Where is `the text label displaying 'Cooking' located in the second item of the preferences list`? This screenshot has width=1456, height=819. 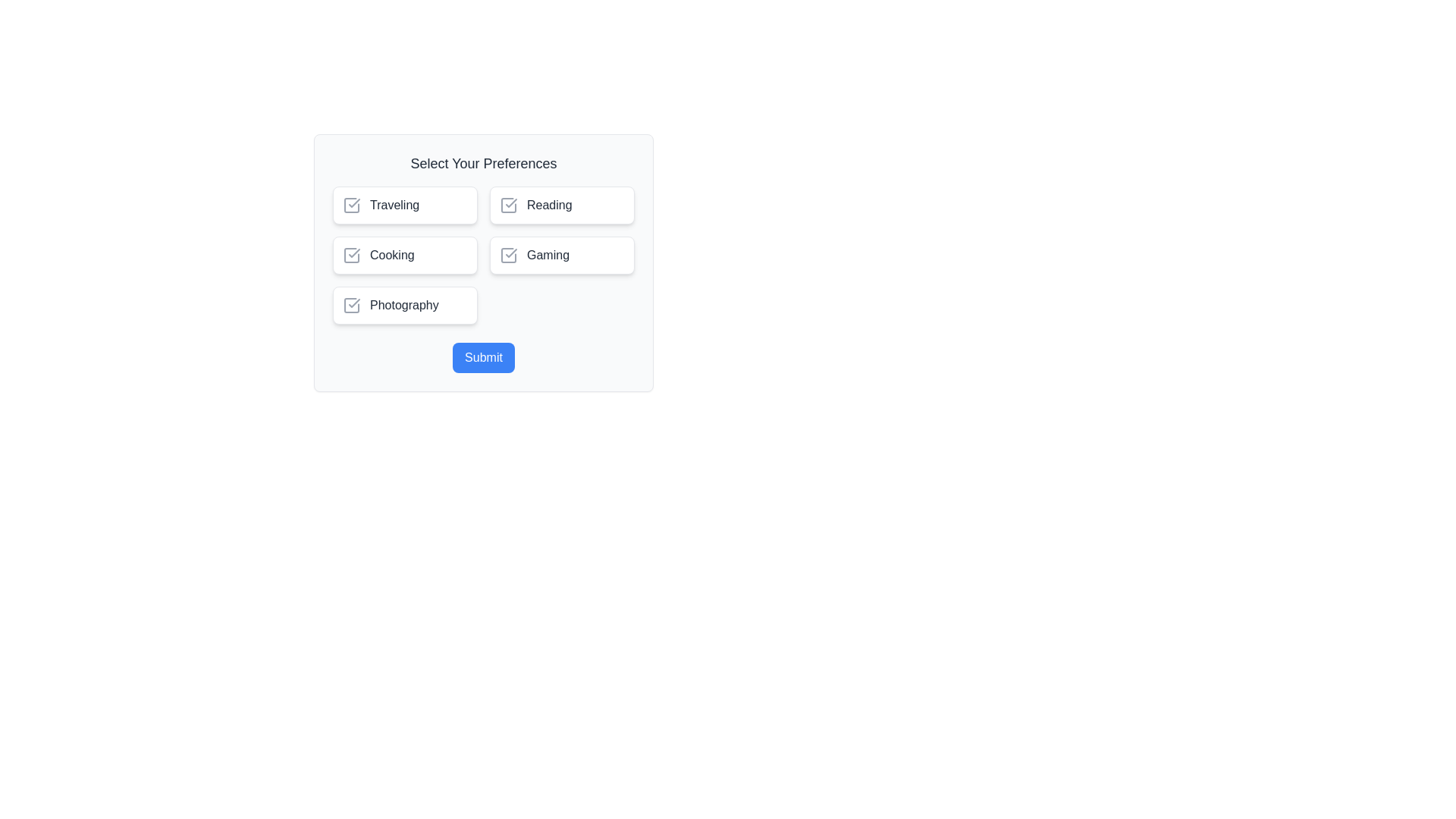
the text label displaying 'Cooking' located in the second item of the preferences list is located at coordinates (392, 254).